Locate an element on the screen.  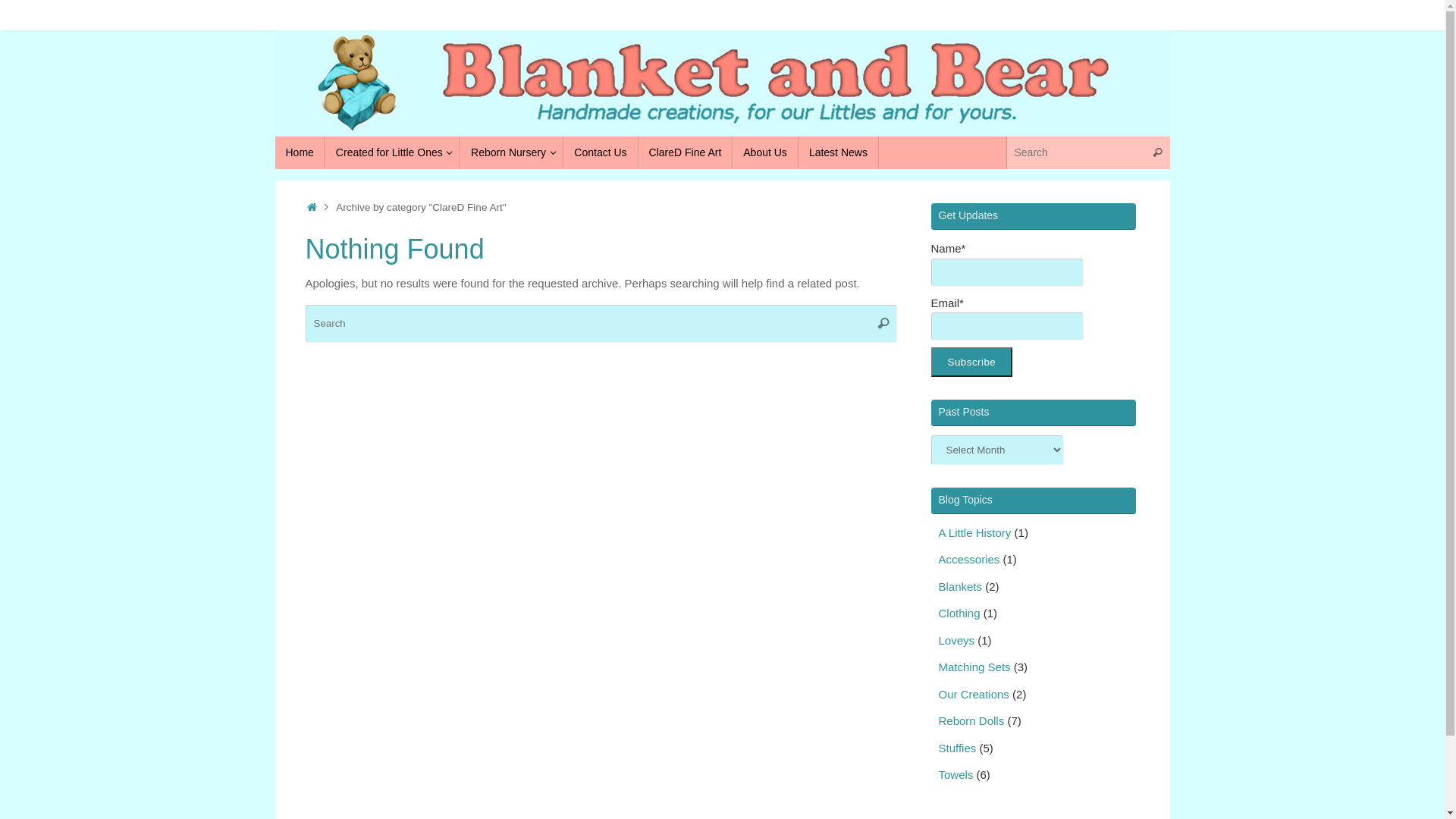
'Search' is located at coordinates (1156, 152).